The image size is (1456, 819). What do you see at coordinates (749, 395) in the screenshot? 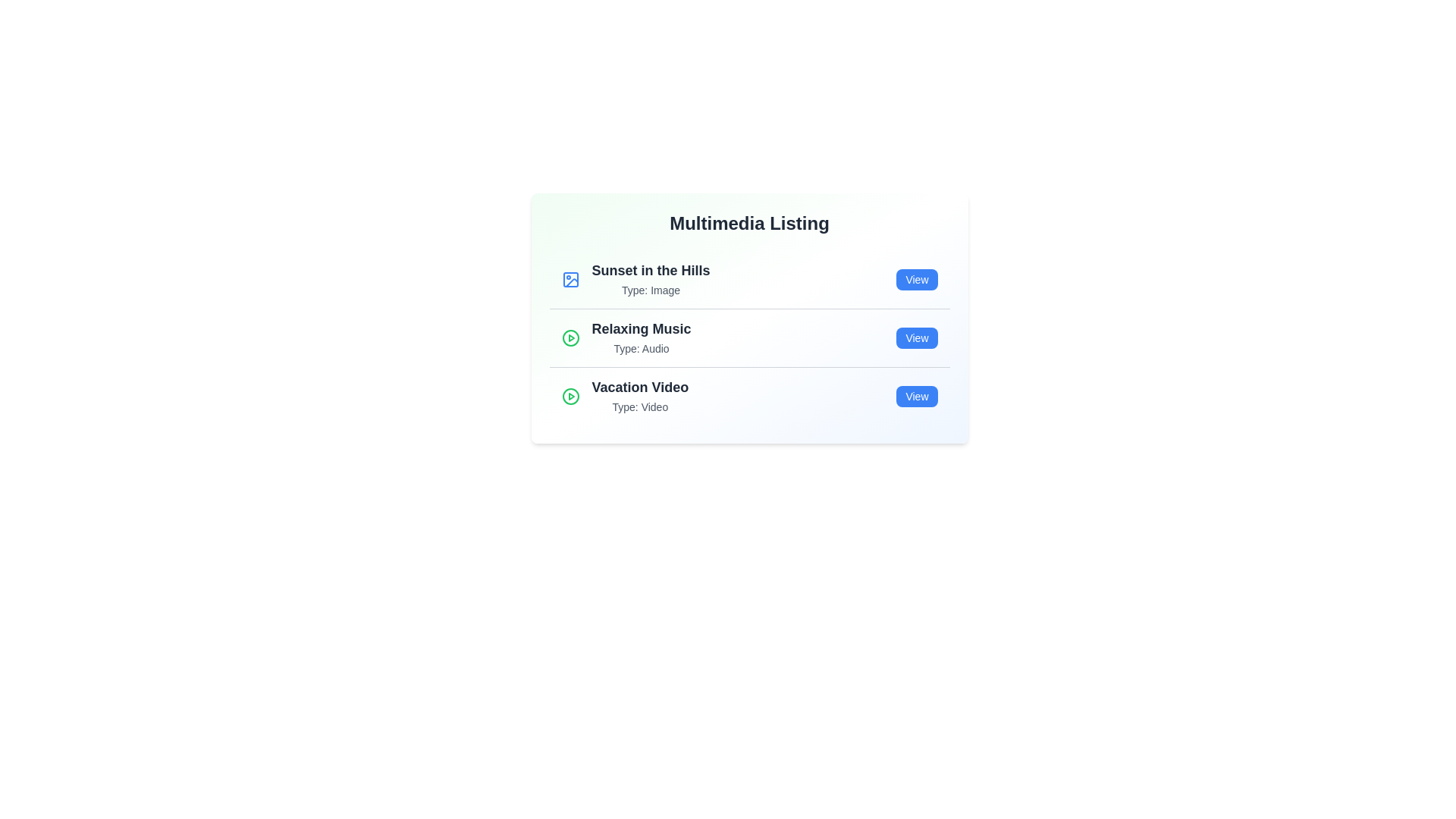
I see `the list item corresponding to Vacation Video` at bounding box center [749, 395].